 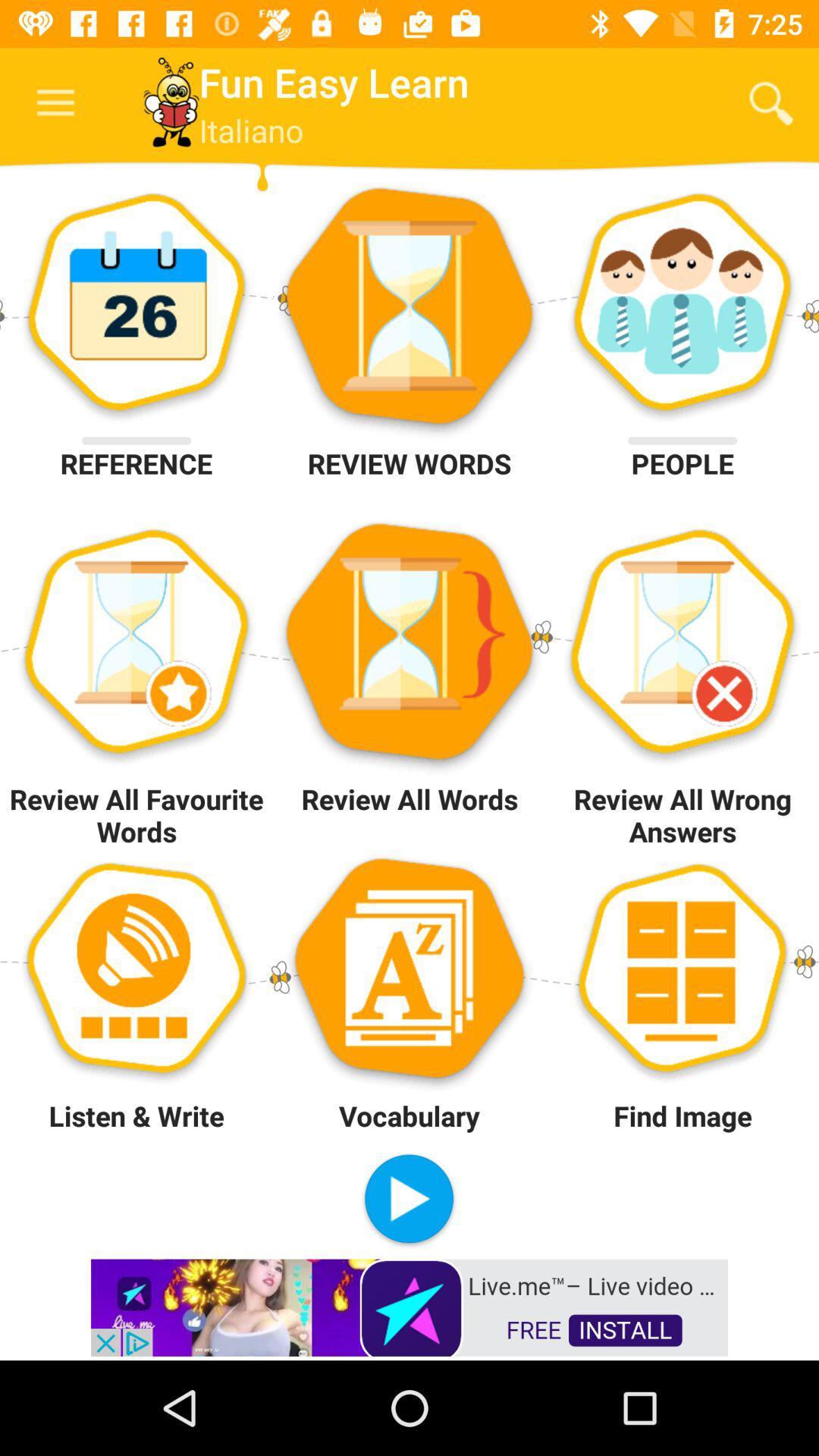 I want to click on instal app, so click(x=409, y=1306).